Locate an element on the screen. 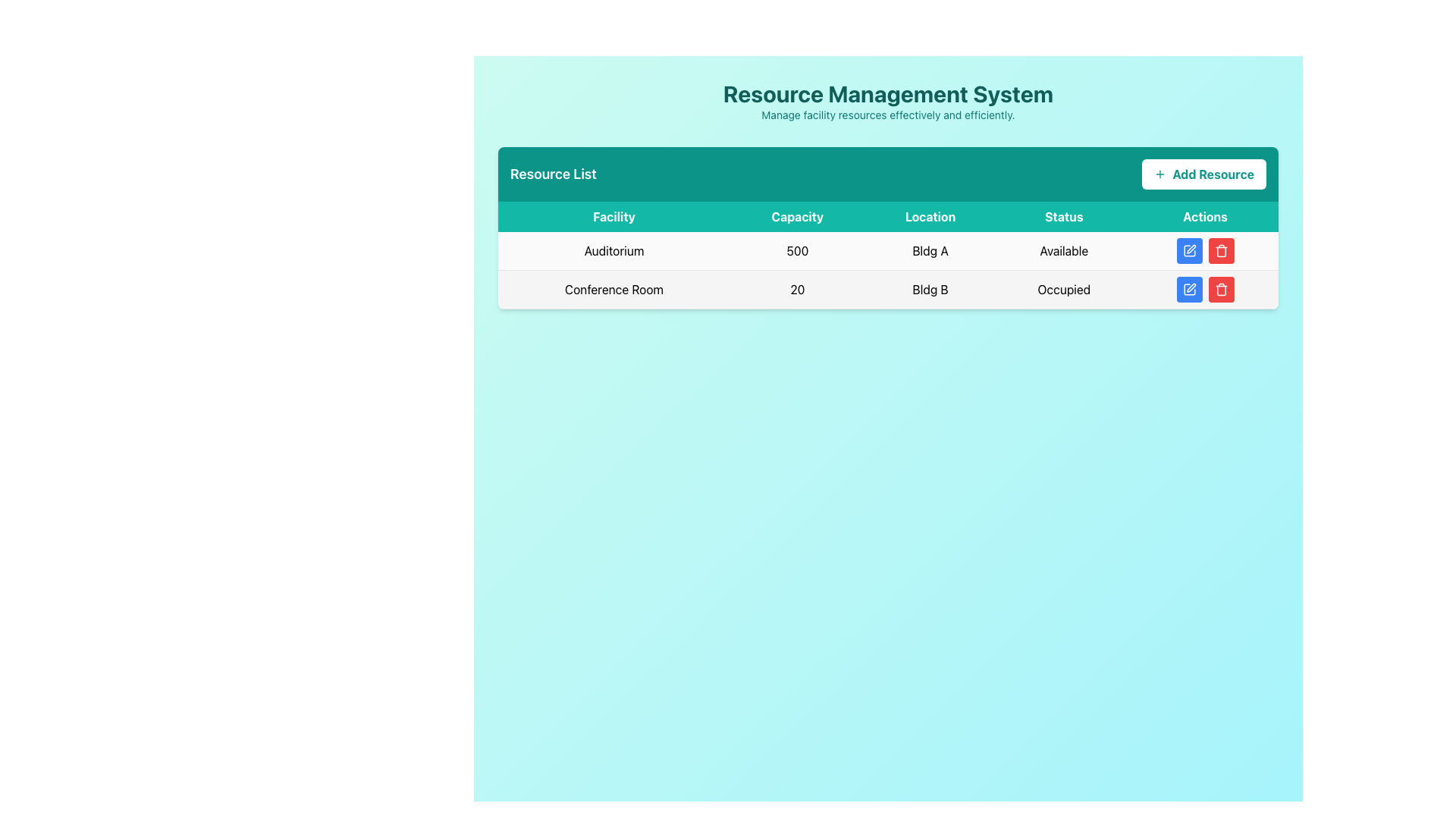  the centered text block that displays 'Resource Management System' in larger bold teal text and 'Manage facility resources effectively and efficiently' in smaller teal text, located near the top center of the interface above the 'Resource List' table is located at coordinates (888, 102).